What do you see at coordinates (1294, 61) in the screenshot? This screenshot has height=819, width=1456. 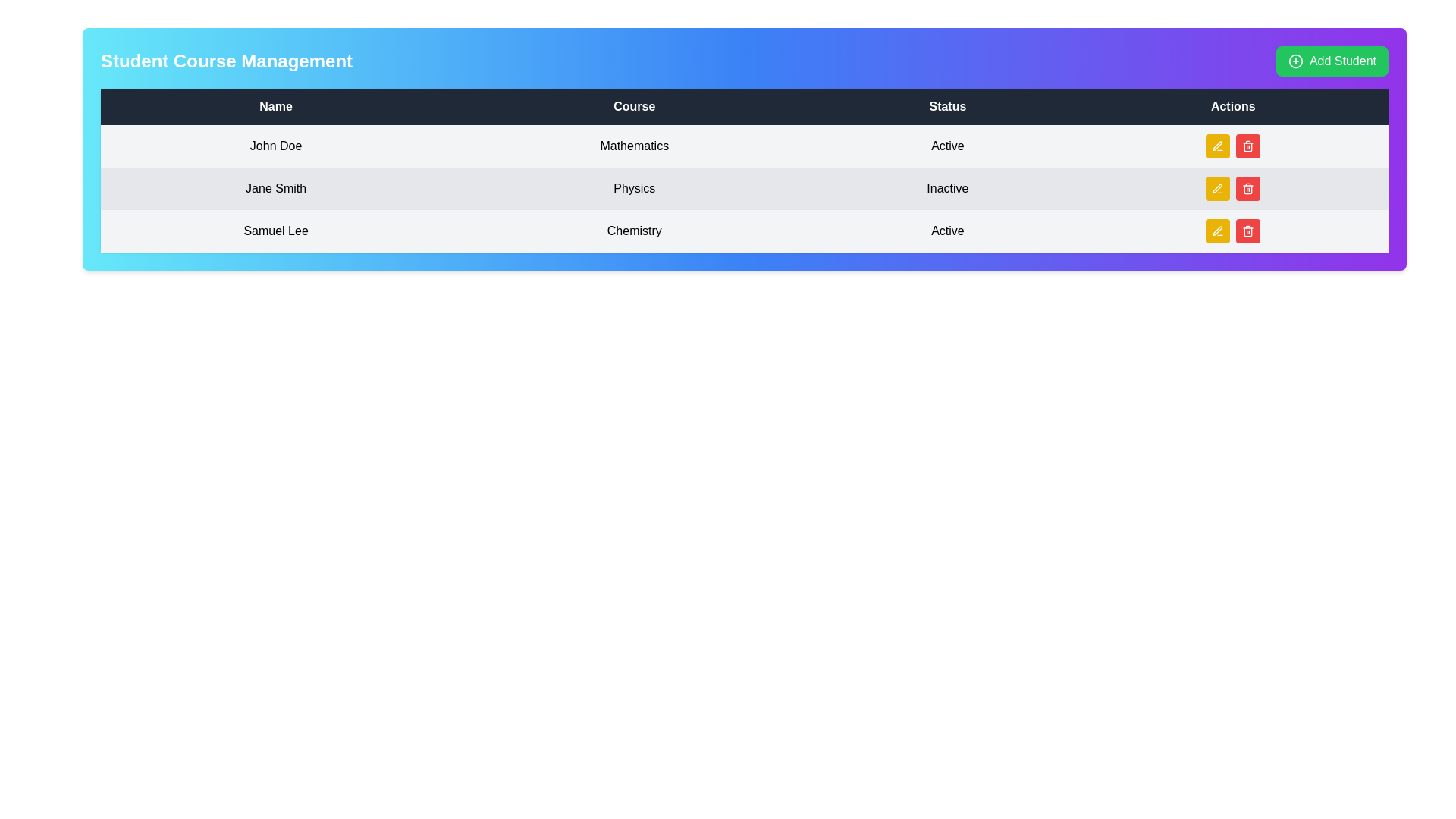 I see `the 'Add Student' button by clicking on the circular part of the icon located at the top-right corner of the interface` at bounding box center [1294, 61].